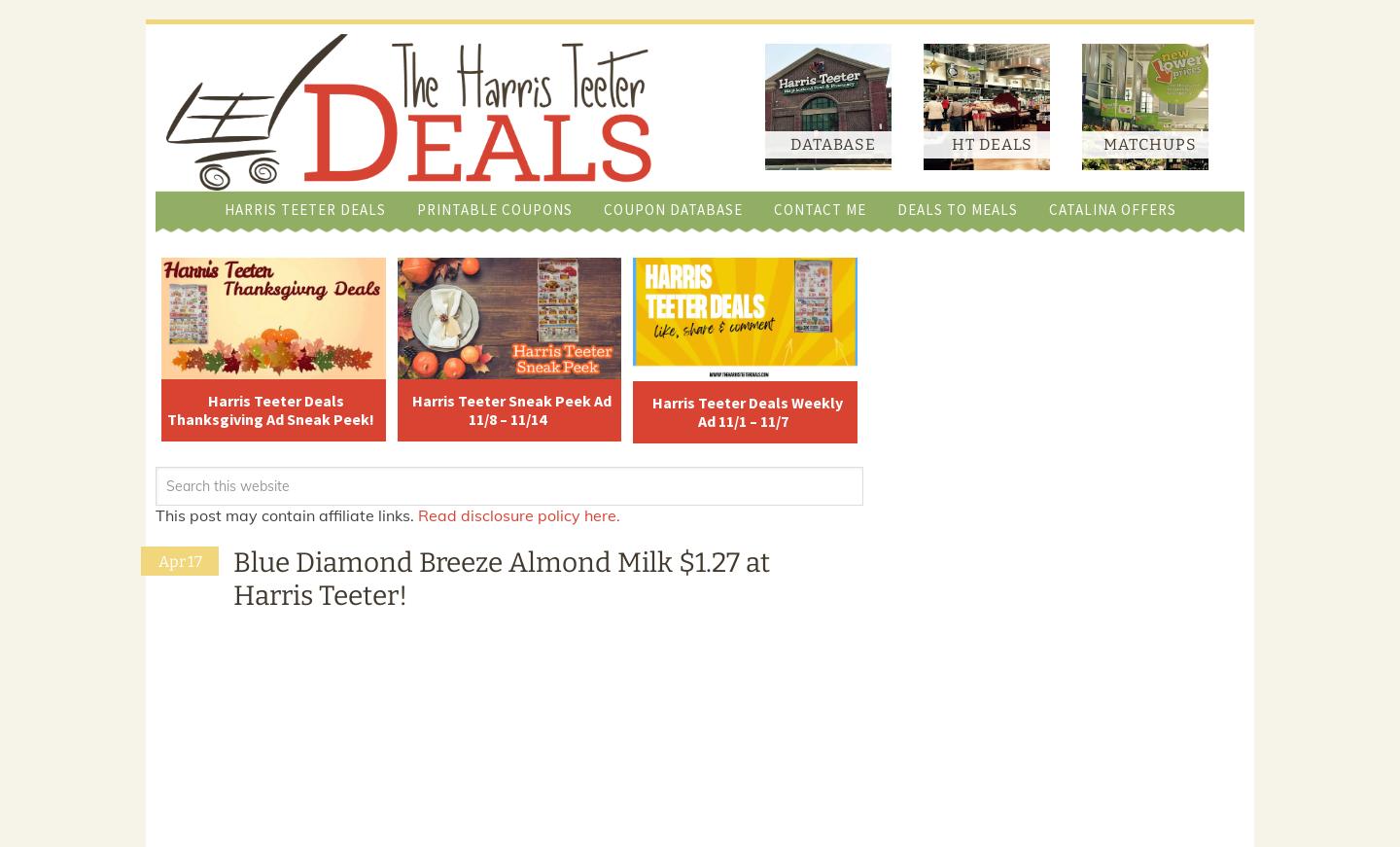 The height and width of the screenshot is (847, 1400). I want to click on 'Matchups', so click(1149, 144).